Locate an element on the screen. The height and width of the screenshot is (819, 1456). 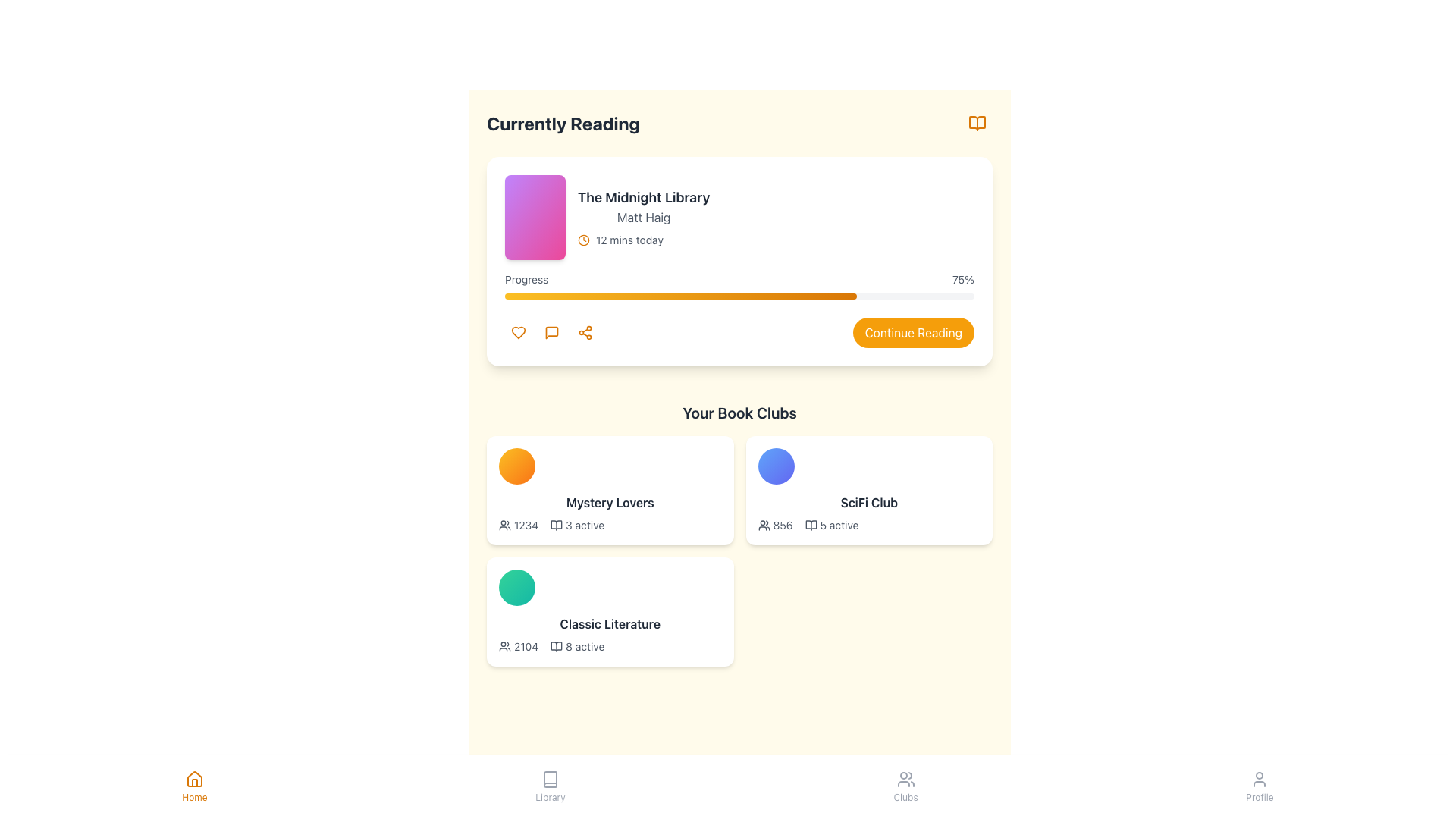
the messaging SVG icon located in the top-right corner of the 'Currently Reading' section is located at coordinates (551, 332).